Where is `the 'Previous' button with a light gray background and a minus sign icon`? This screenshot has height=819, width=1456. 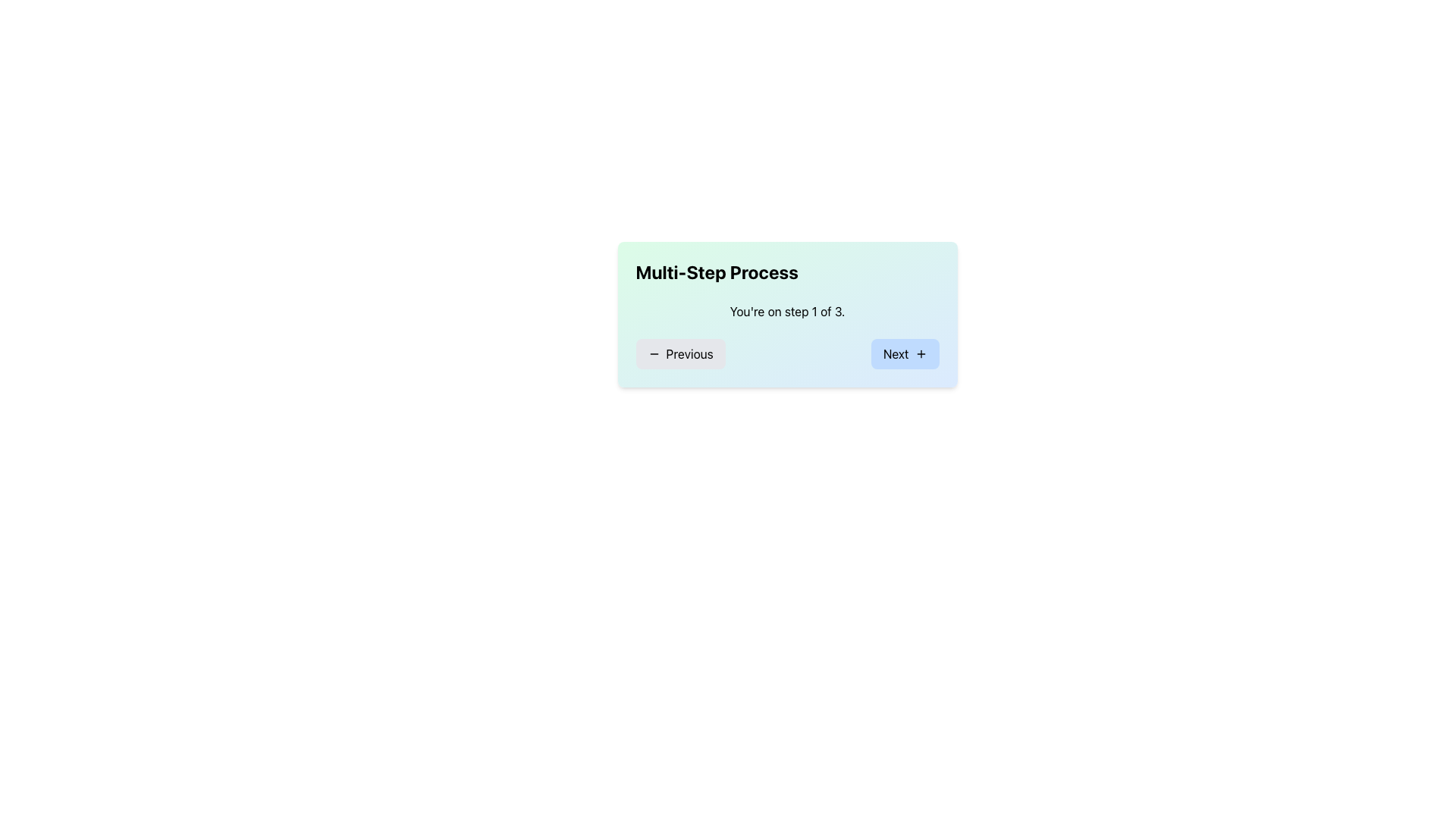
the 'Previous' button with a light gray background and a minus sign icon is located at coordinates (679, 353).